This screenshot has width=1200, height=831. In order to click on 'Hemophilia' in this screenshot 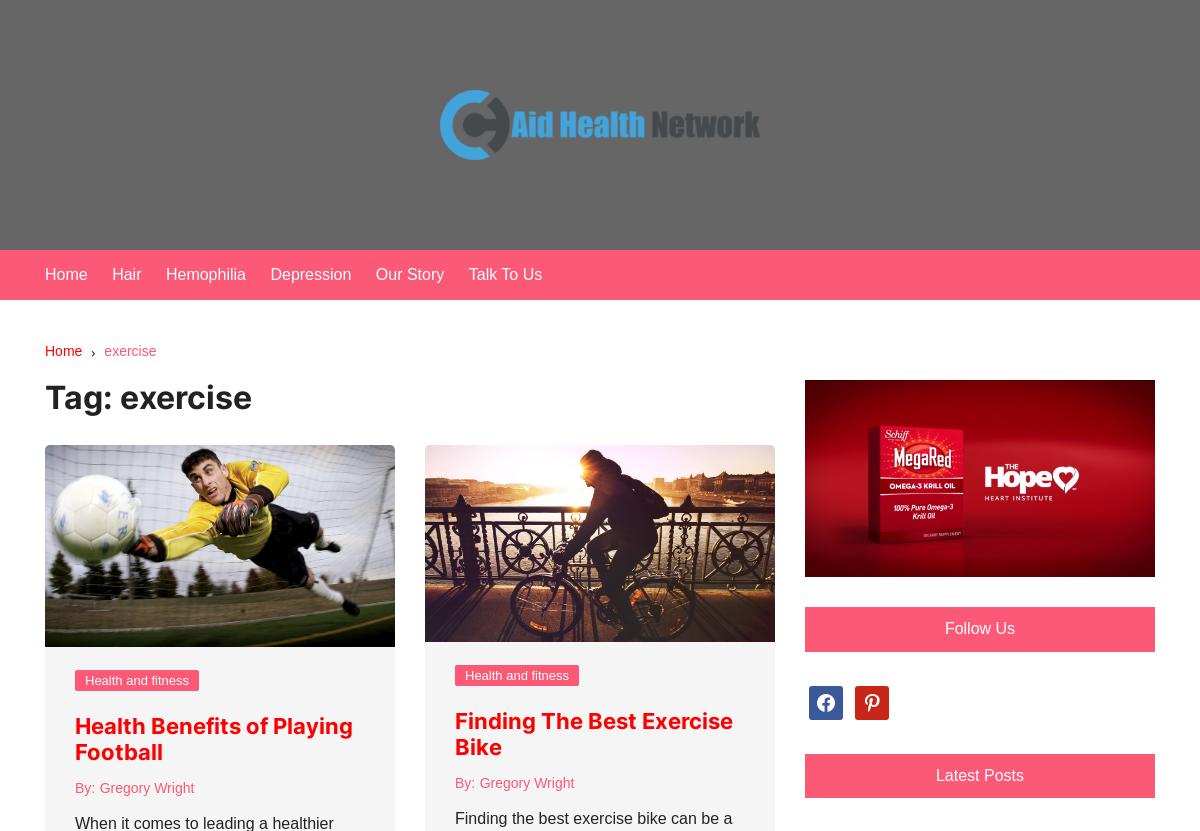, I will do `click(203, 273)`.